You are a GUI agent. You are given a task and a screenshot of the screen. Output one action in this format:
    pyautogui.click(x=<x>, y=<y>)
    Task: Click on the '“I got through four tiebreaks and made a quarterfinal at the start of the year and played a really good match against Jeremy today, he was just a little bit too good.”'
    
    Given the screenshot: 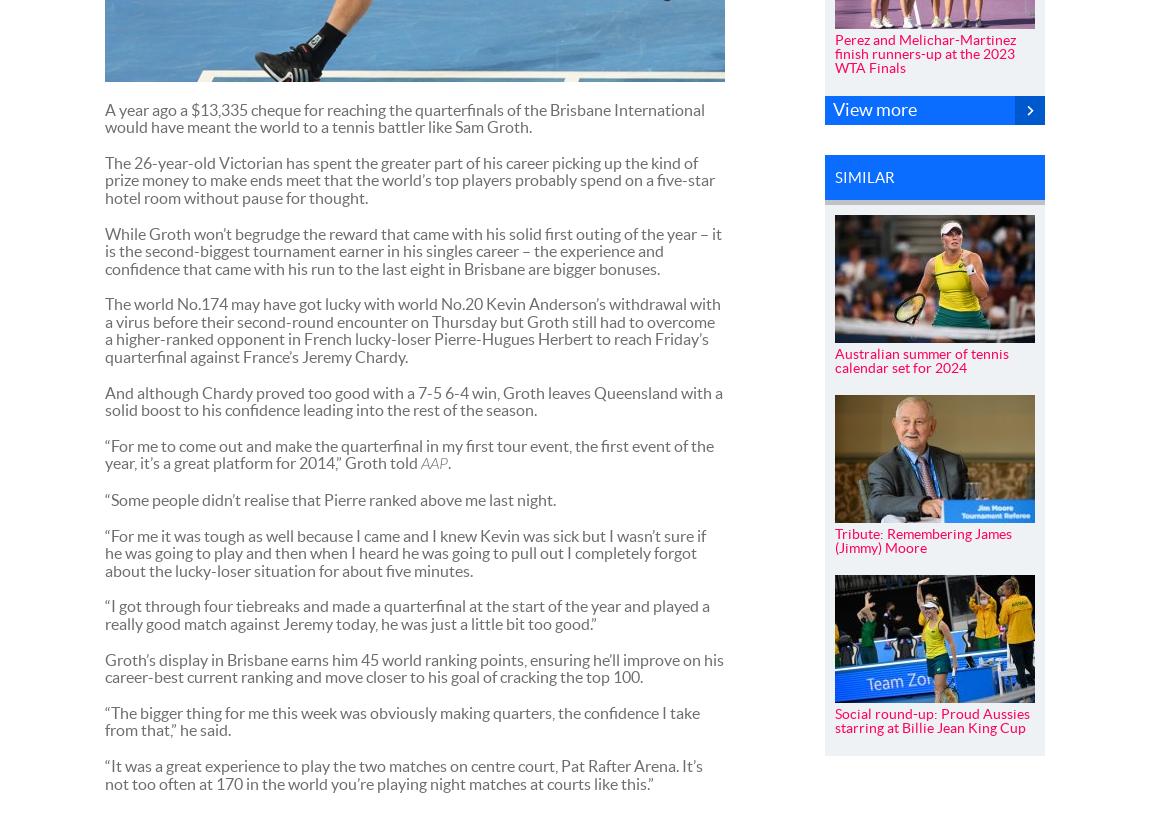 What is the action you would take?
    pyautogui.click(x=407, y=613)
    